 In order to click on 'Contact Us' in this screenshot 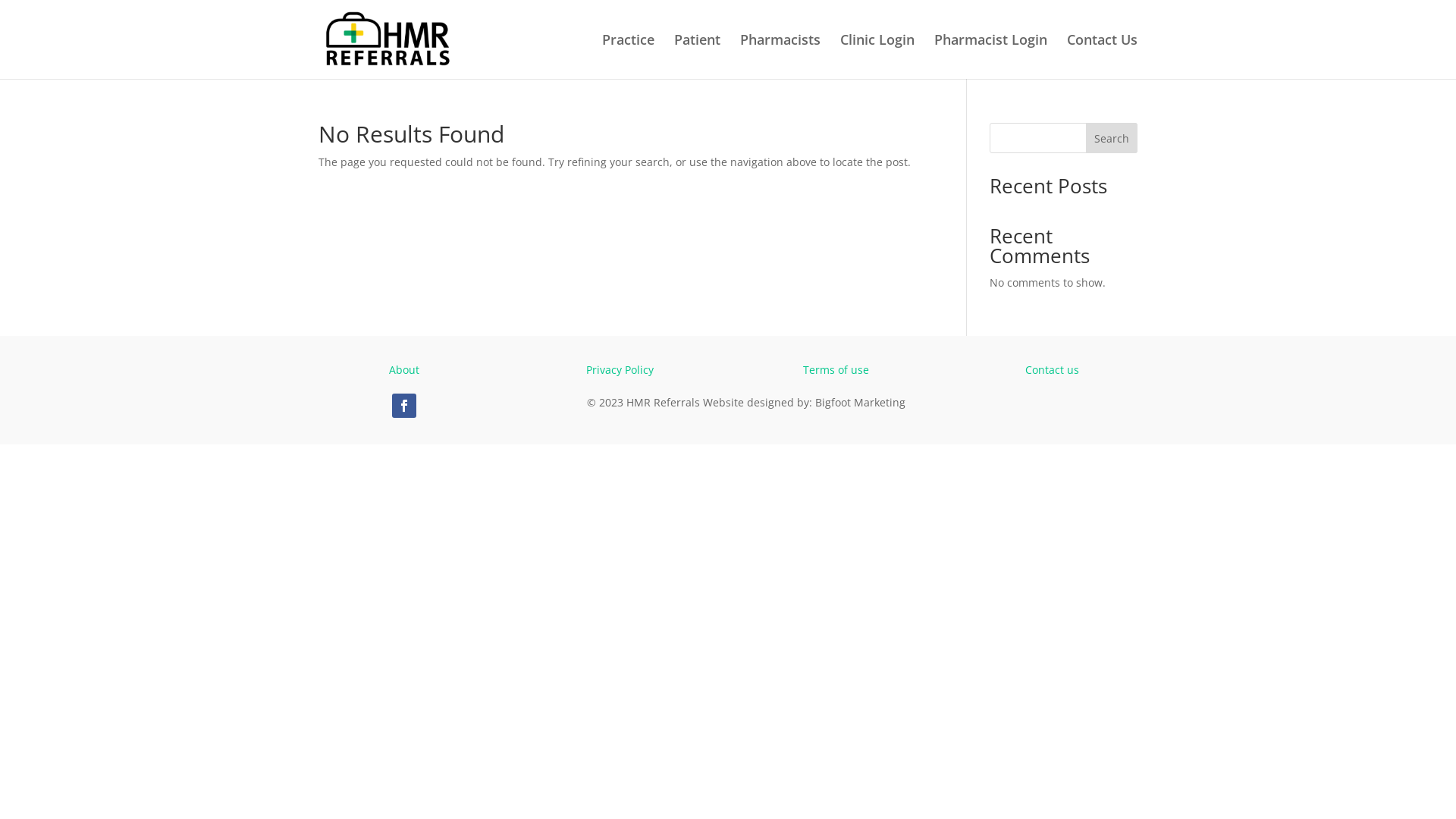, I will do `click(1065, 55)`.